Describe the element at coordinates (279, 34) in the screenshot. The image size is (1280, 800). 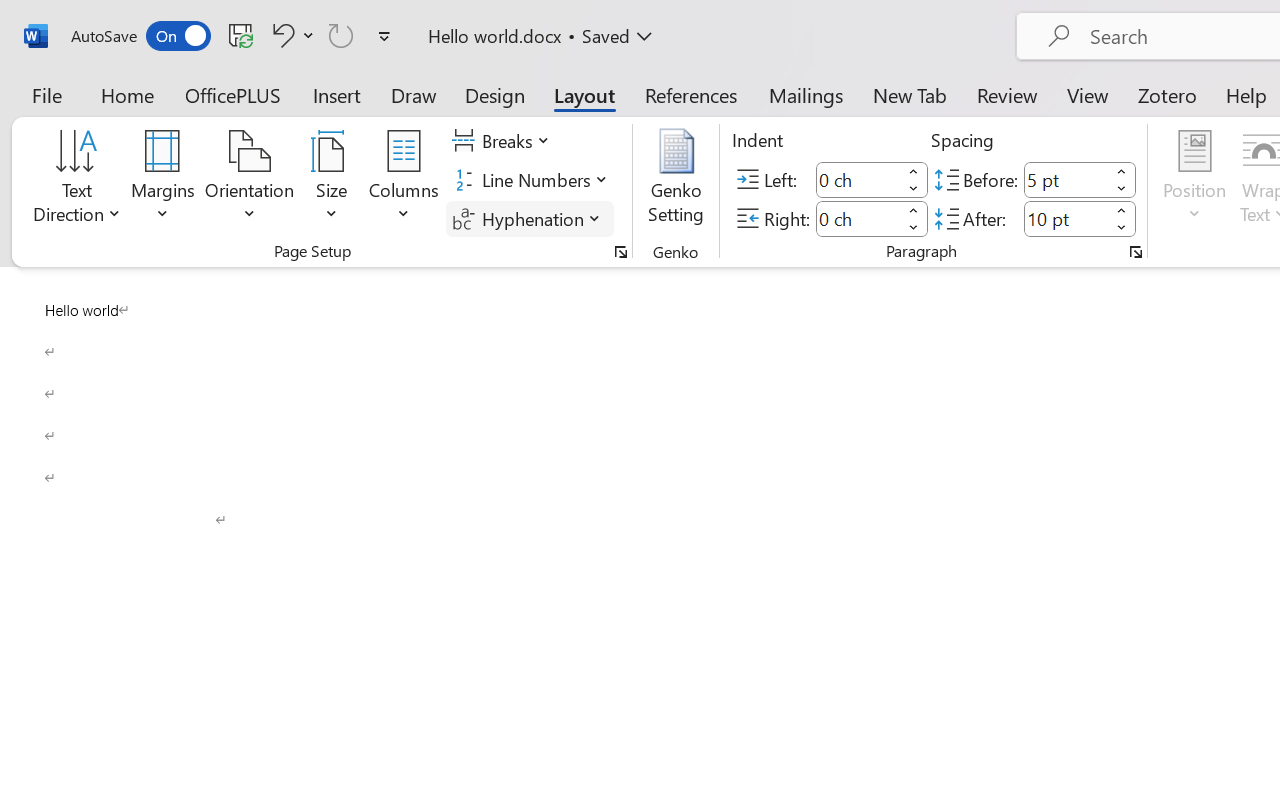
I see `'Undo Apply Quick Style Set'` at that location.